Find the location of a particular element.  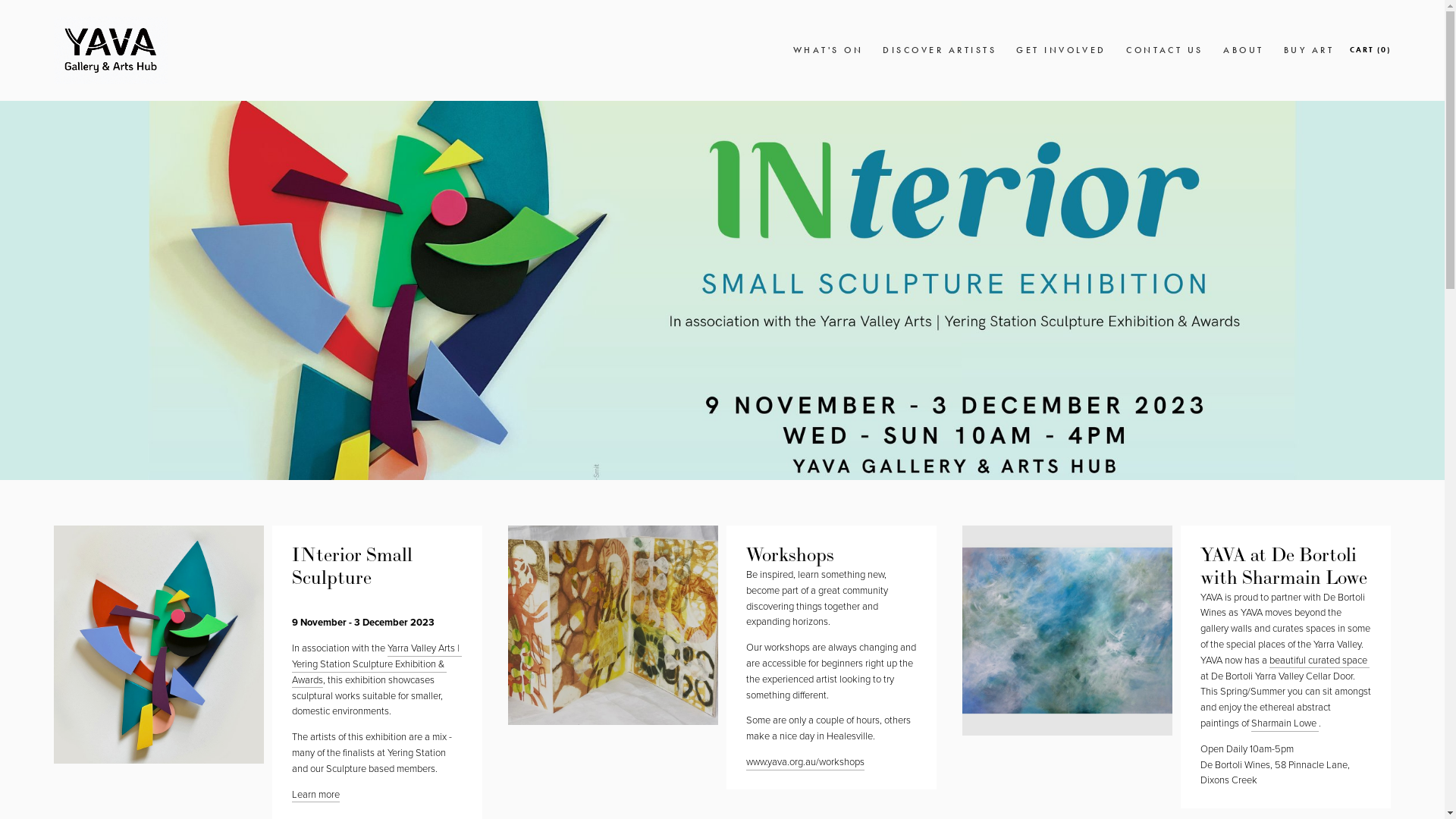

'beautiful curated space ' is located at coordinates (1318, 660).